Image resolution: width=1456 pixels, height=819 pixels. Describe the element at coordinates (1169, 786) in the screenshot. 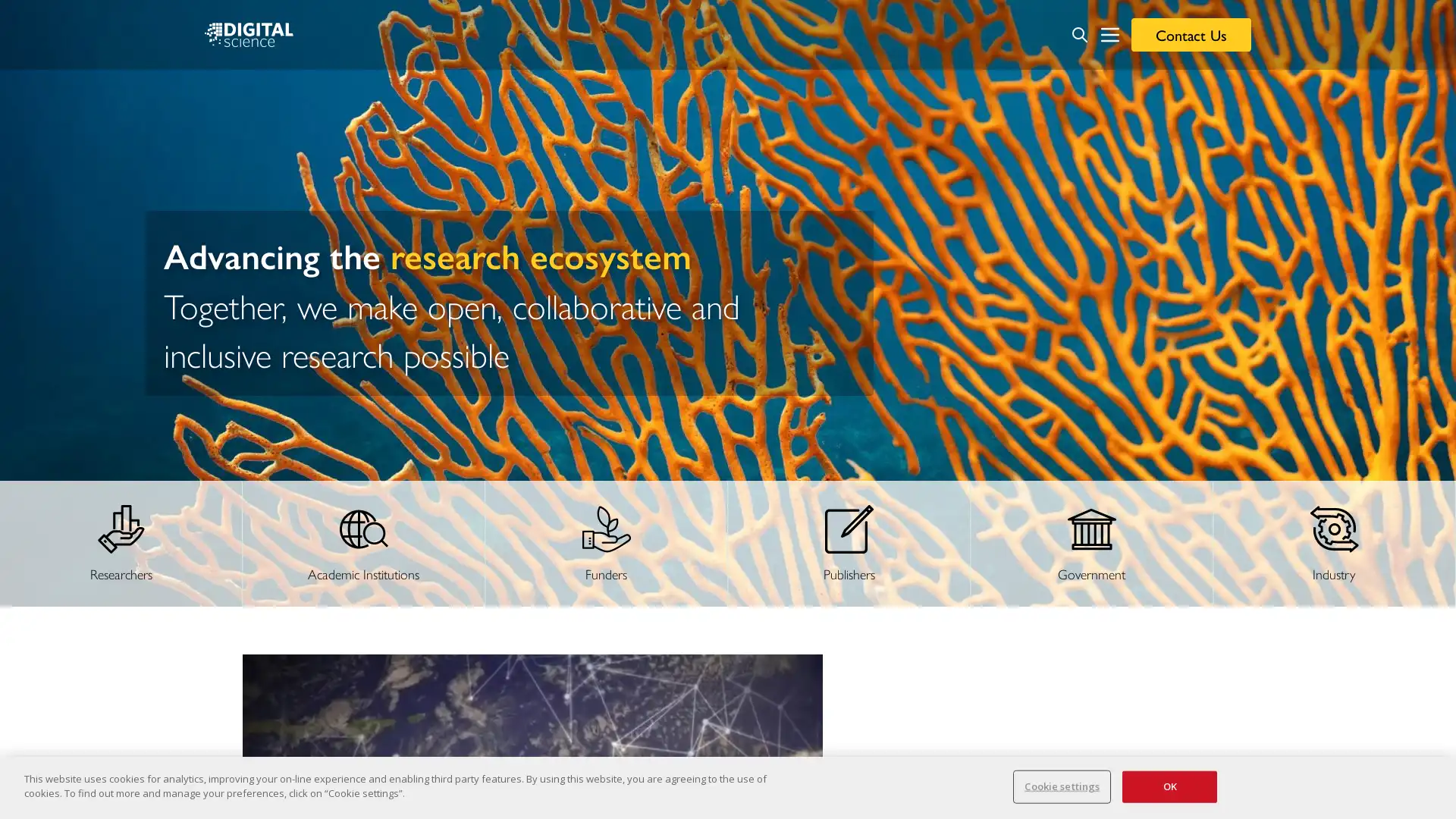

I see `OK` at that location.